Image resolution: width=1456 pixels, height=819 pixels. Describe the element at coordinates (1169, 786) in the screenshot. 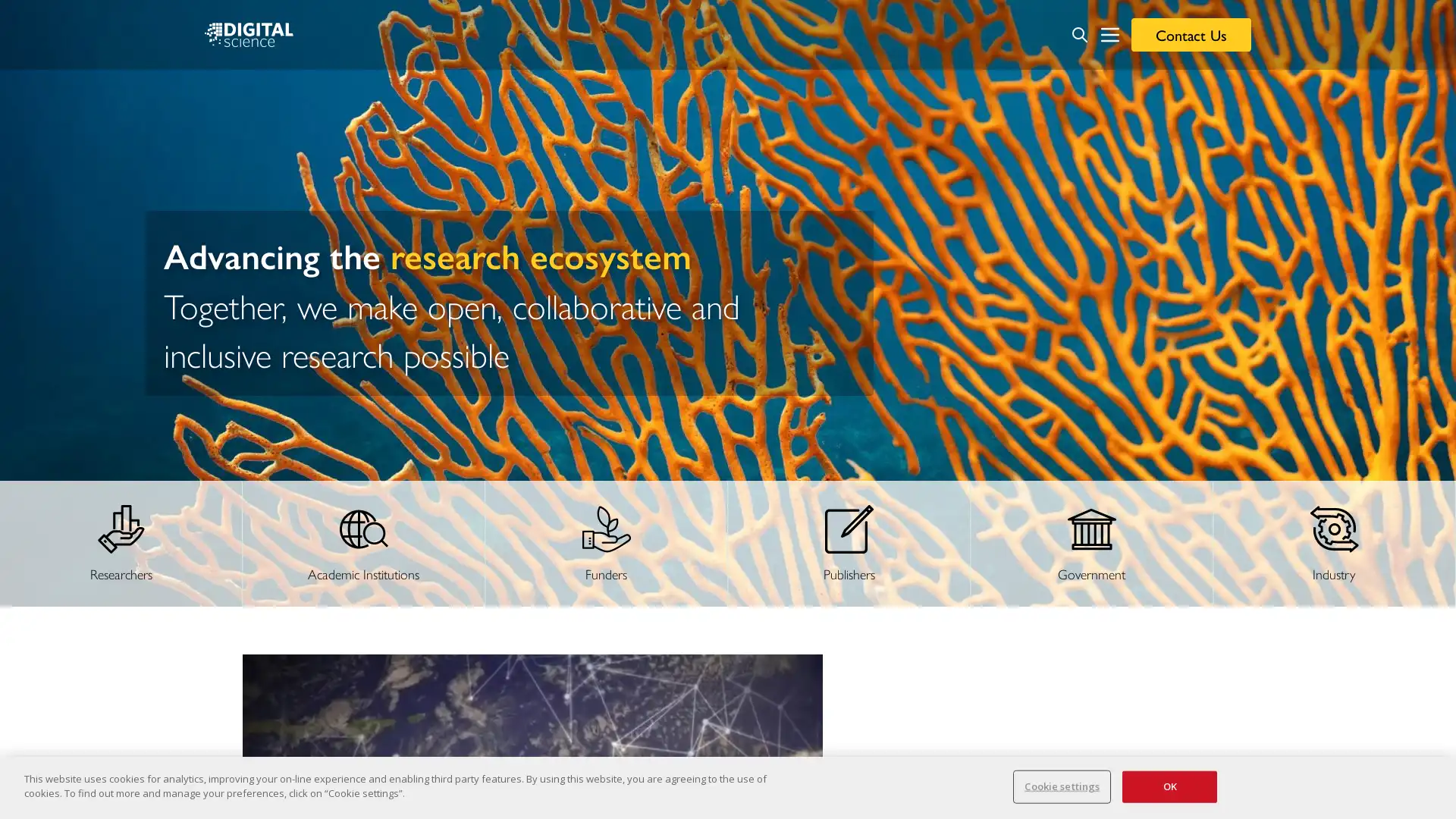

I see `OK` at that location.